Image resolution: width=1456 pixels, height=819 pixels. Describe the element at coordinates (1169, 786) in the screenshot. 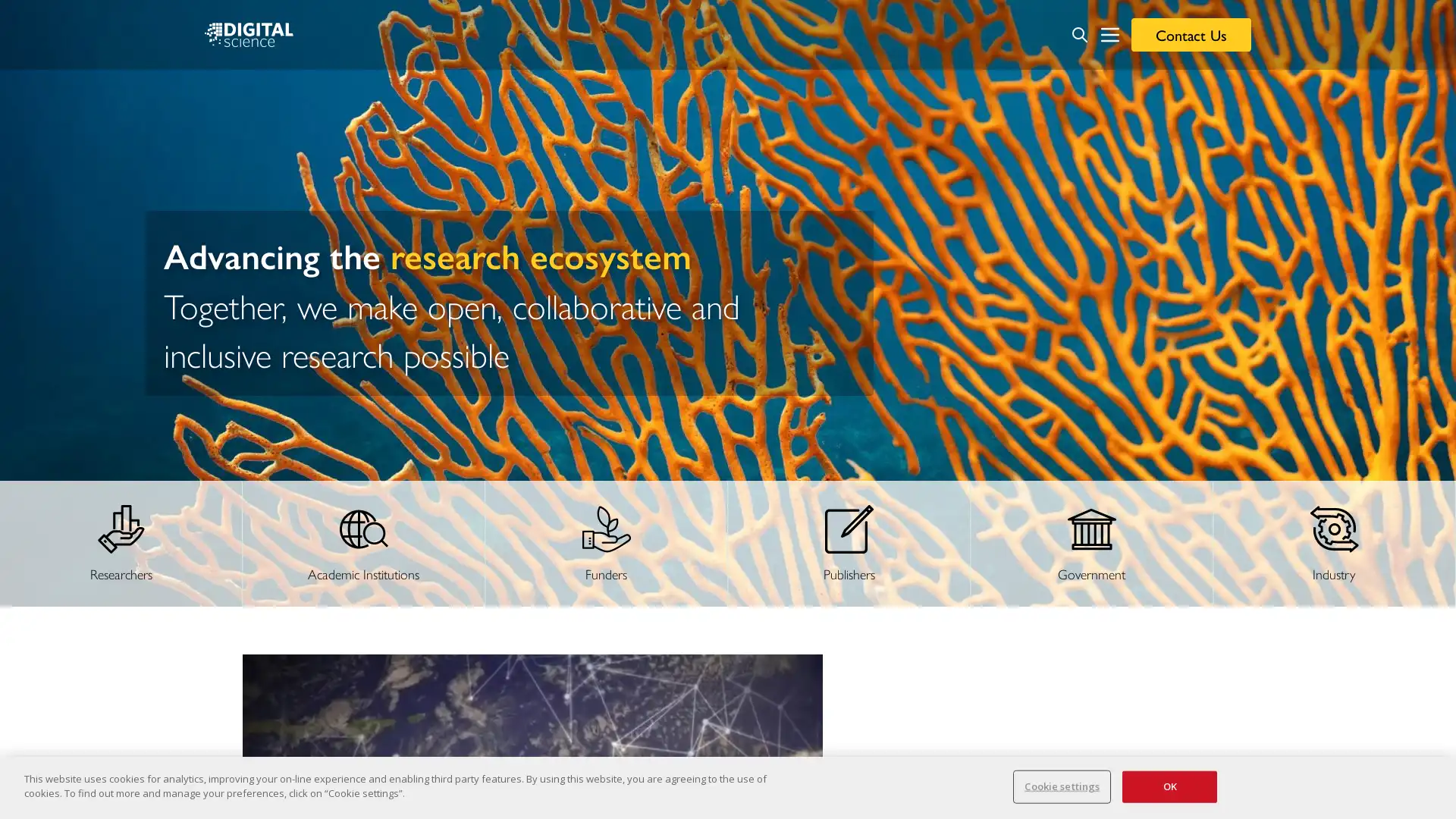

I see `OK` at that location.